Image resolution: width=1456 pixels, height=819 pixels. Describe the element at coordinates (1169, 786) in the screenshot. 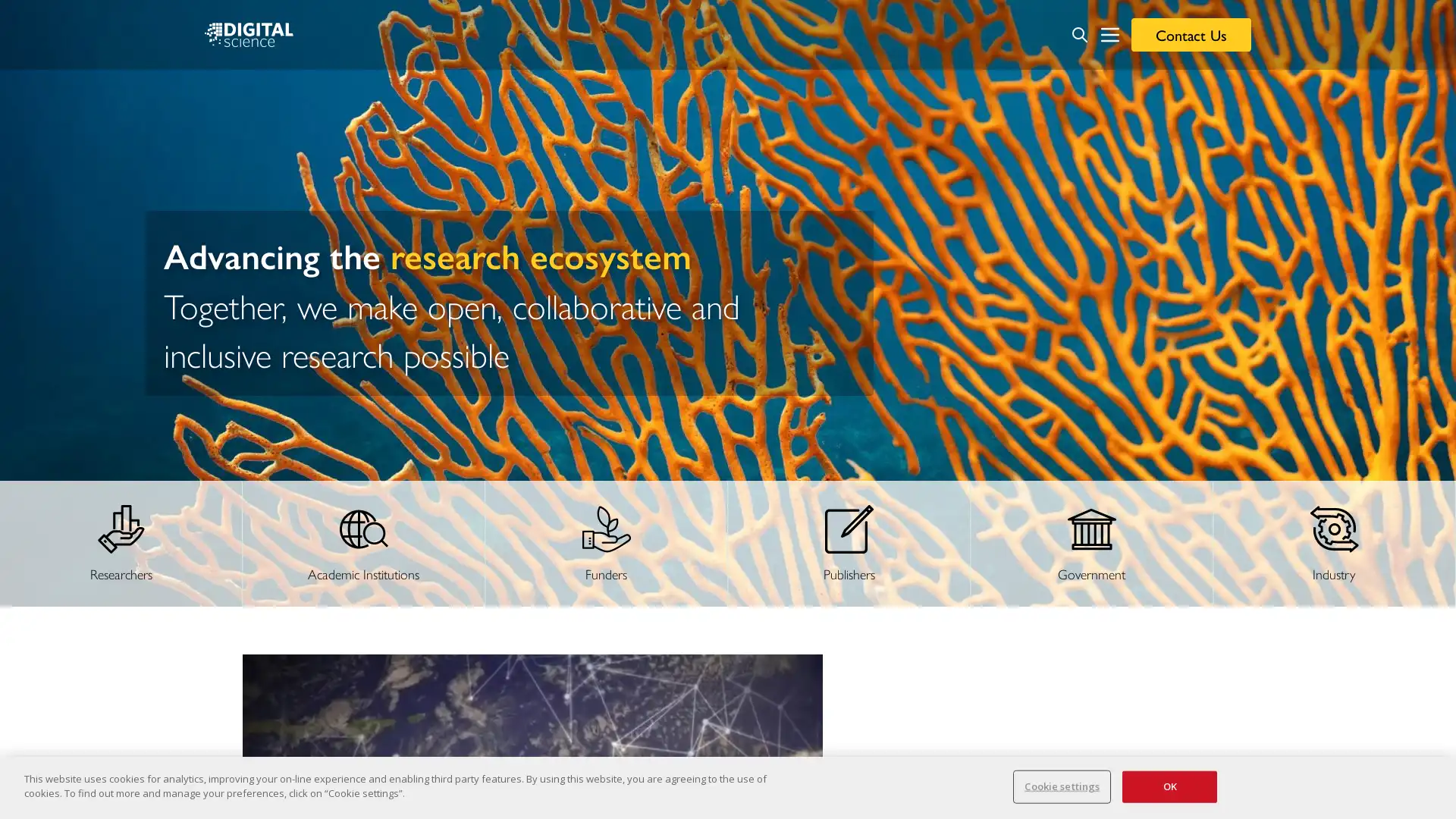

I see `OK` at that location.